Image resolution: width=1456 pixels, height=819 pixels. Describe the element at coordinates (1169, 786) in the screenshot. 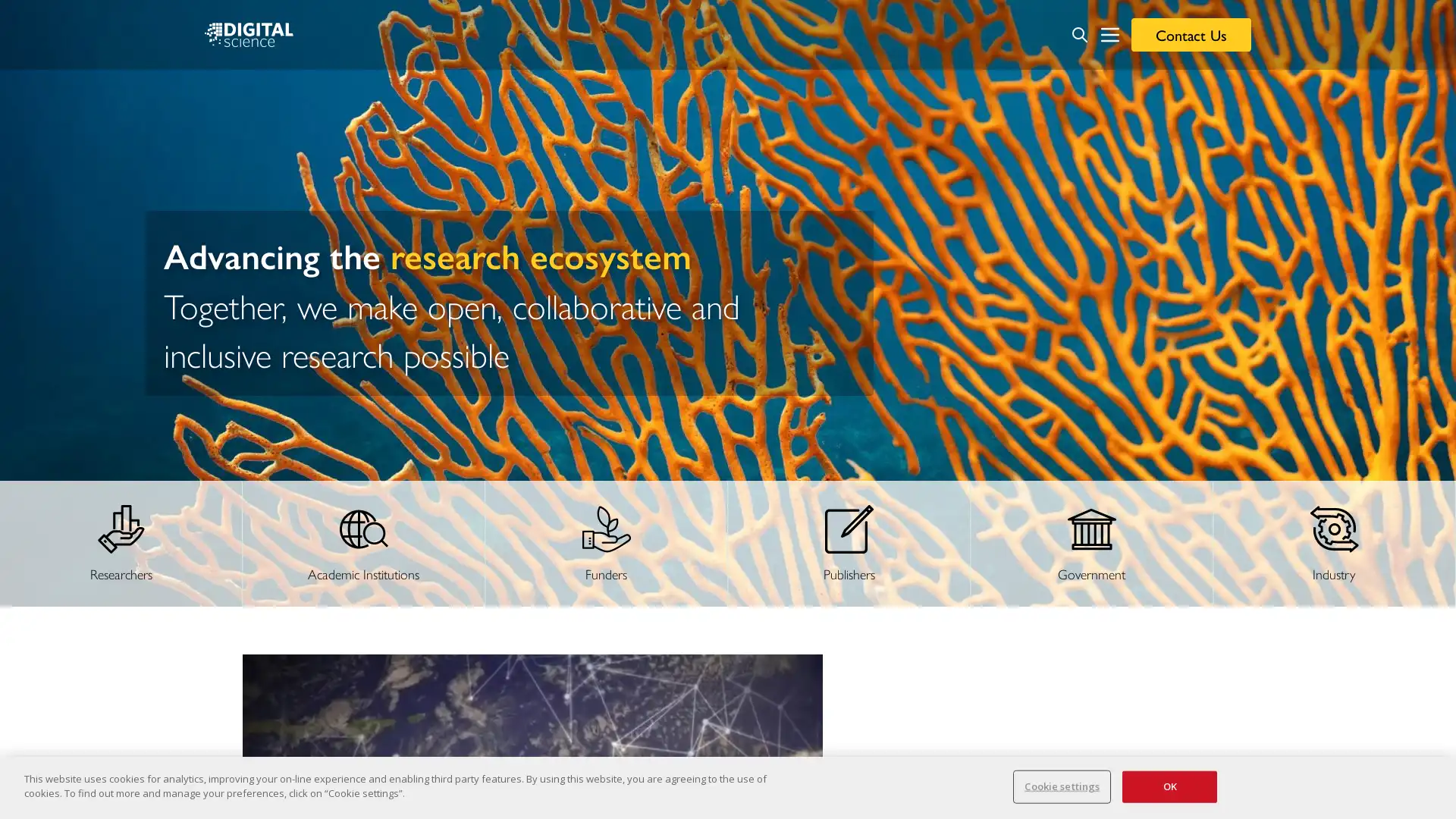

I see `OK` at that location.